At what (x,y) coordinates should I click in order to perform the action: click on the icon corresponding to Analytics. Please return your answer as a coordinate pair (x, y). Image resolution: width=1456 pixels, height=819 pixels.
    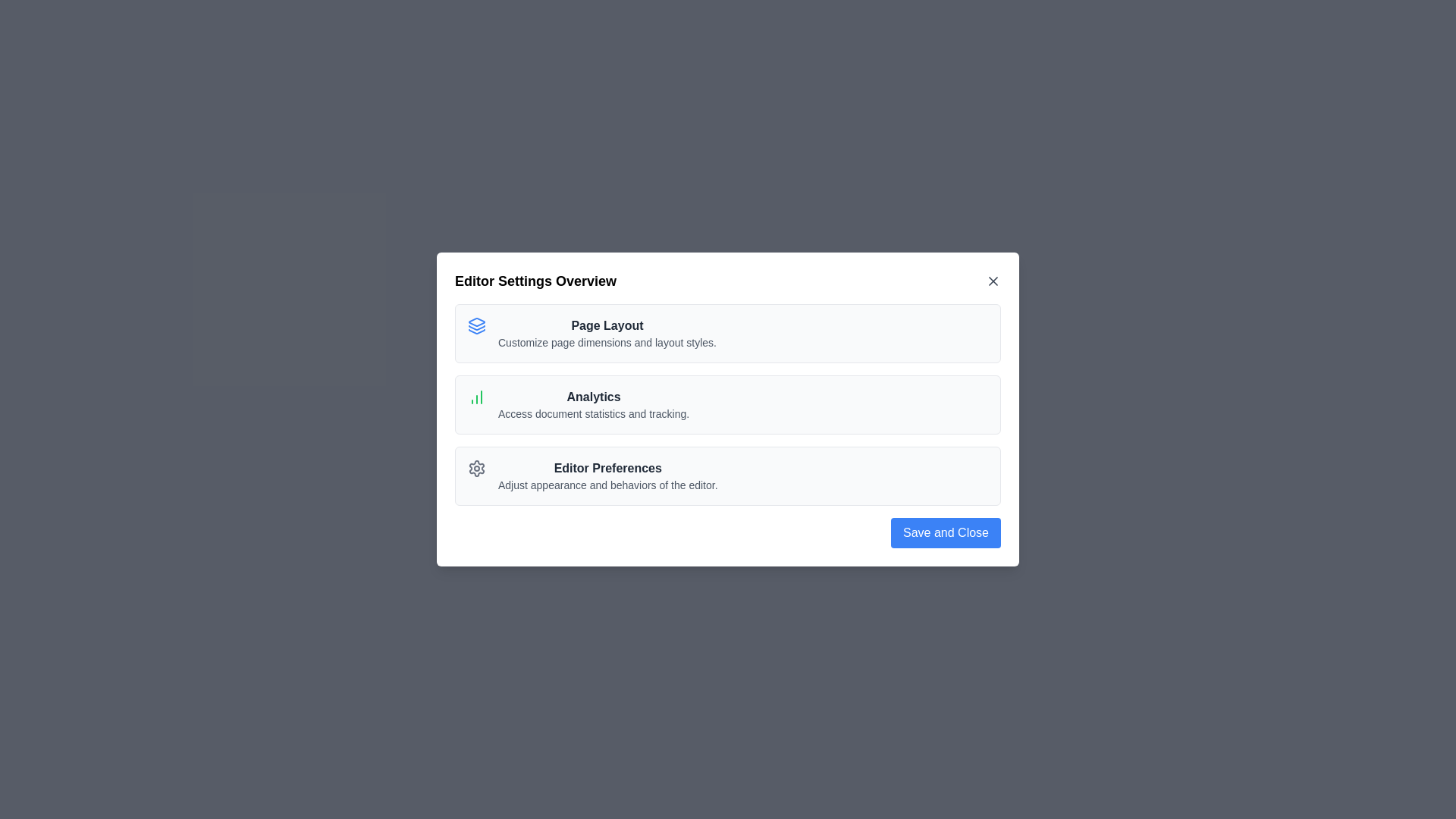
    Looking at the image, I should click on (475, 397).